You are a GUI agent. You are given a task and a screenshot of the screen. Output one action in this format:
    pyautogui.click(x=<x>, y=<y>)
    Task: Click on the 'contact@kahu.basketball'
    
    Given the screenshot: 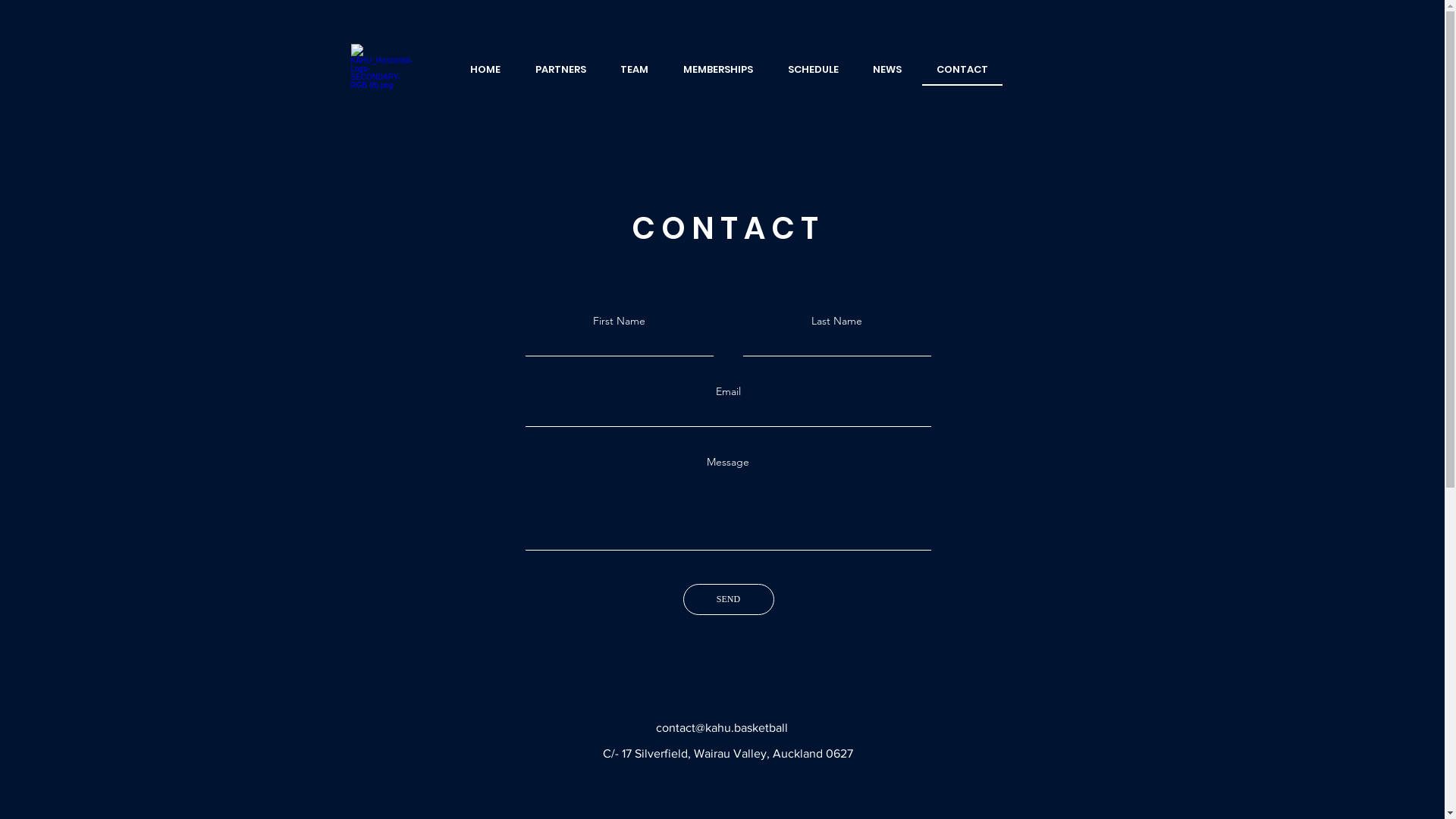 What is the action you would take?
    pyautogui.click(x=720, y=726)
    